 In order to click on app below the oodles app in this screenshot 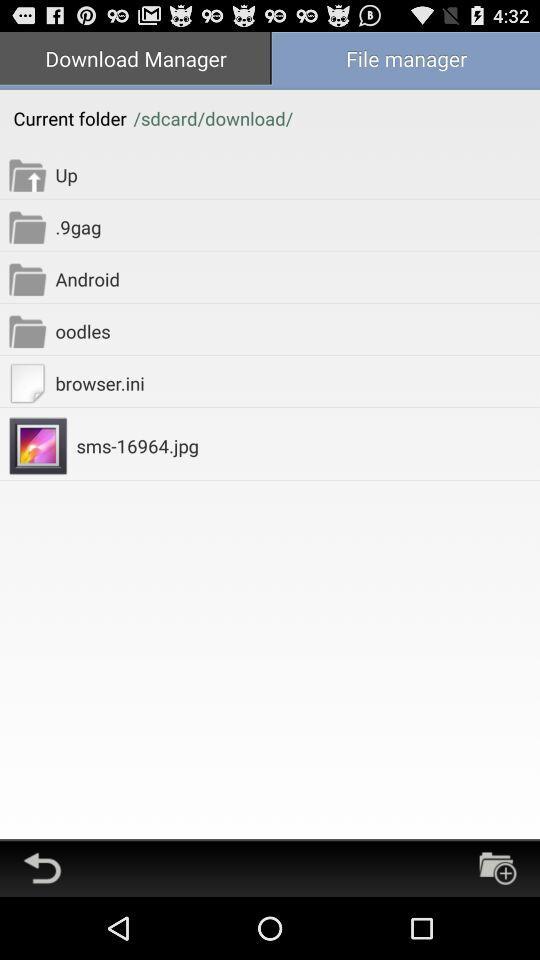, I will do `click(296, 382)`.